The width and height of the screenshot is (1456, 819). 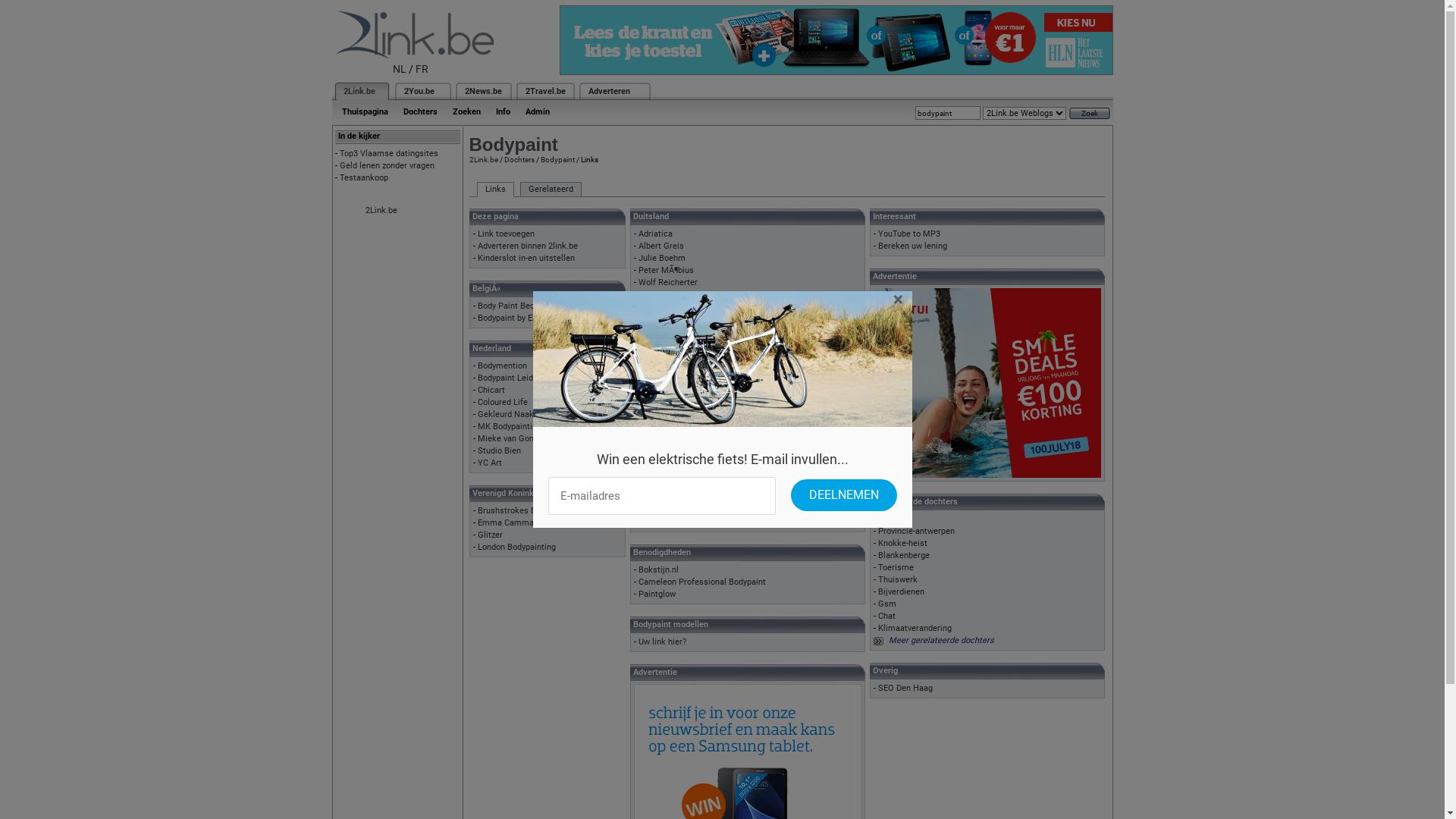 What do you see at coordinates (662, 257) in the screenshot?
I see `'Julie Boehm'` at bounding box center [662, 257].